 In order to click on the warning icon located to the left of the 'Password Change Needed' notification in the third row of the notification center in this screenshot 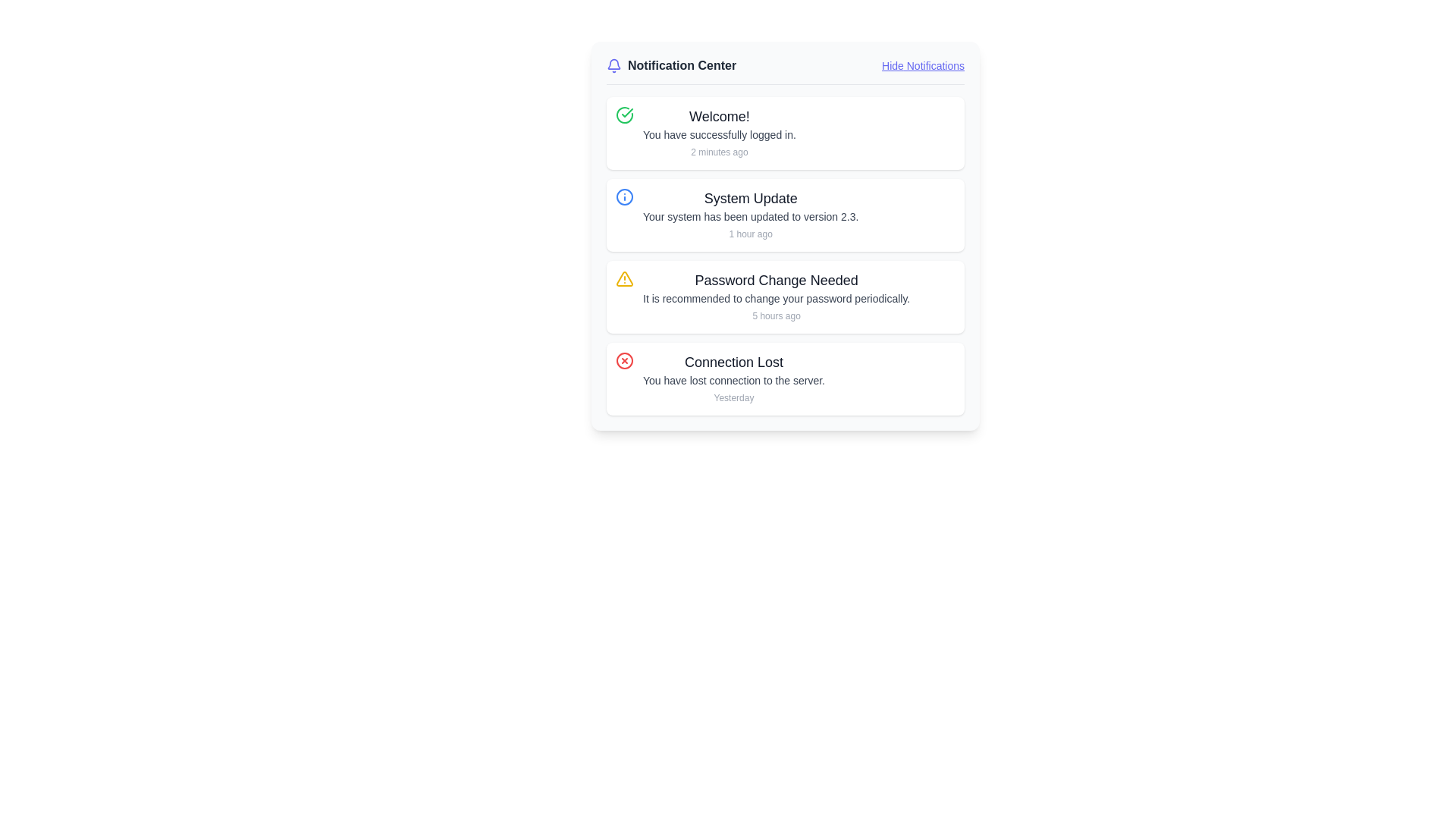, I will do `click(625, 278)`.